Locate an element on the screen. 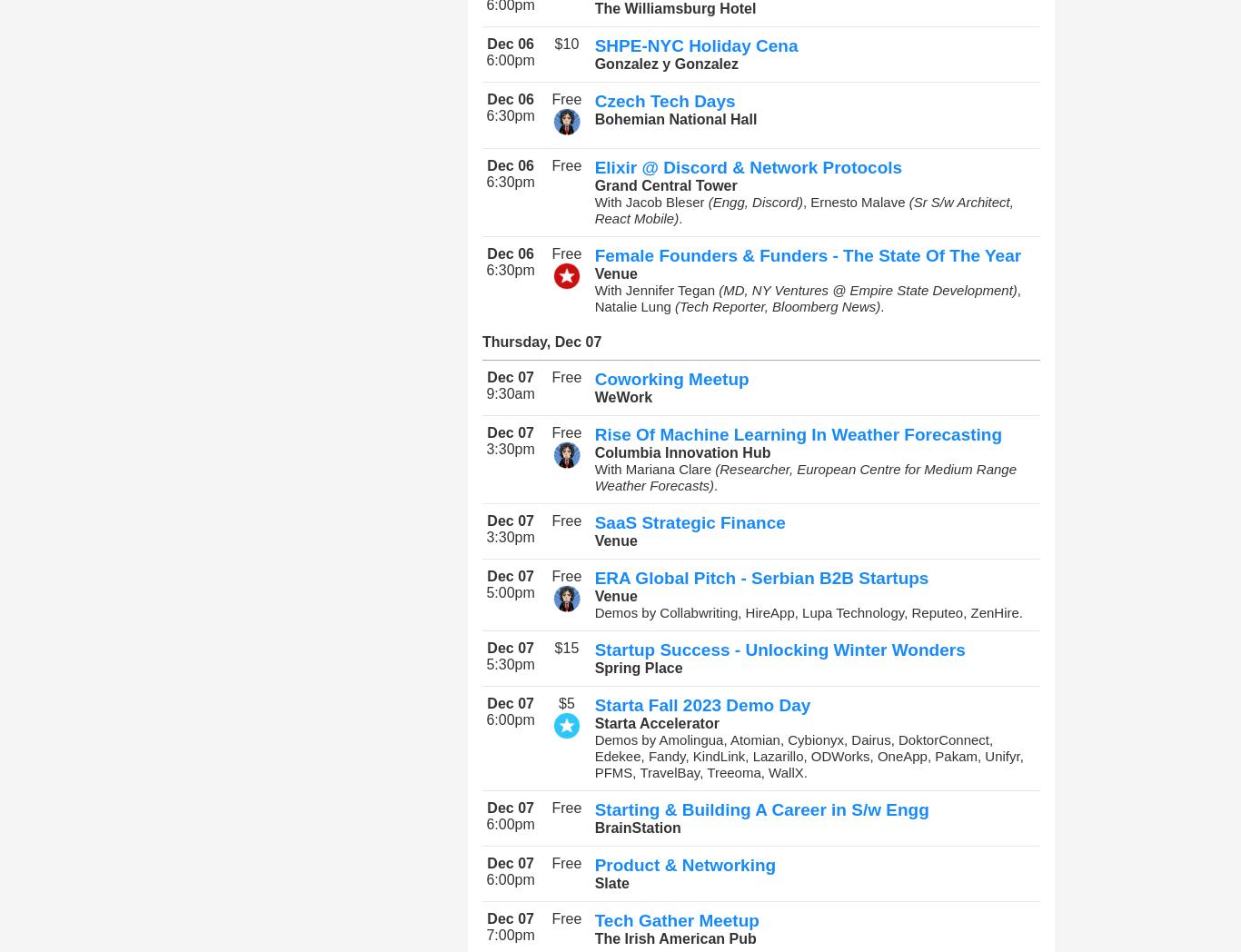 This screenshot has height=952, width=1241. 'Grand Central Tower' is located at coordinates (665, 184).